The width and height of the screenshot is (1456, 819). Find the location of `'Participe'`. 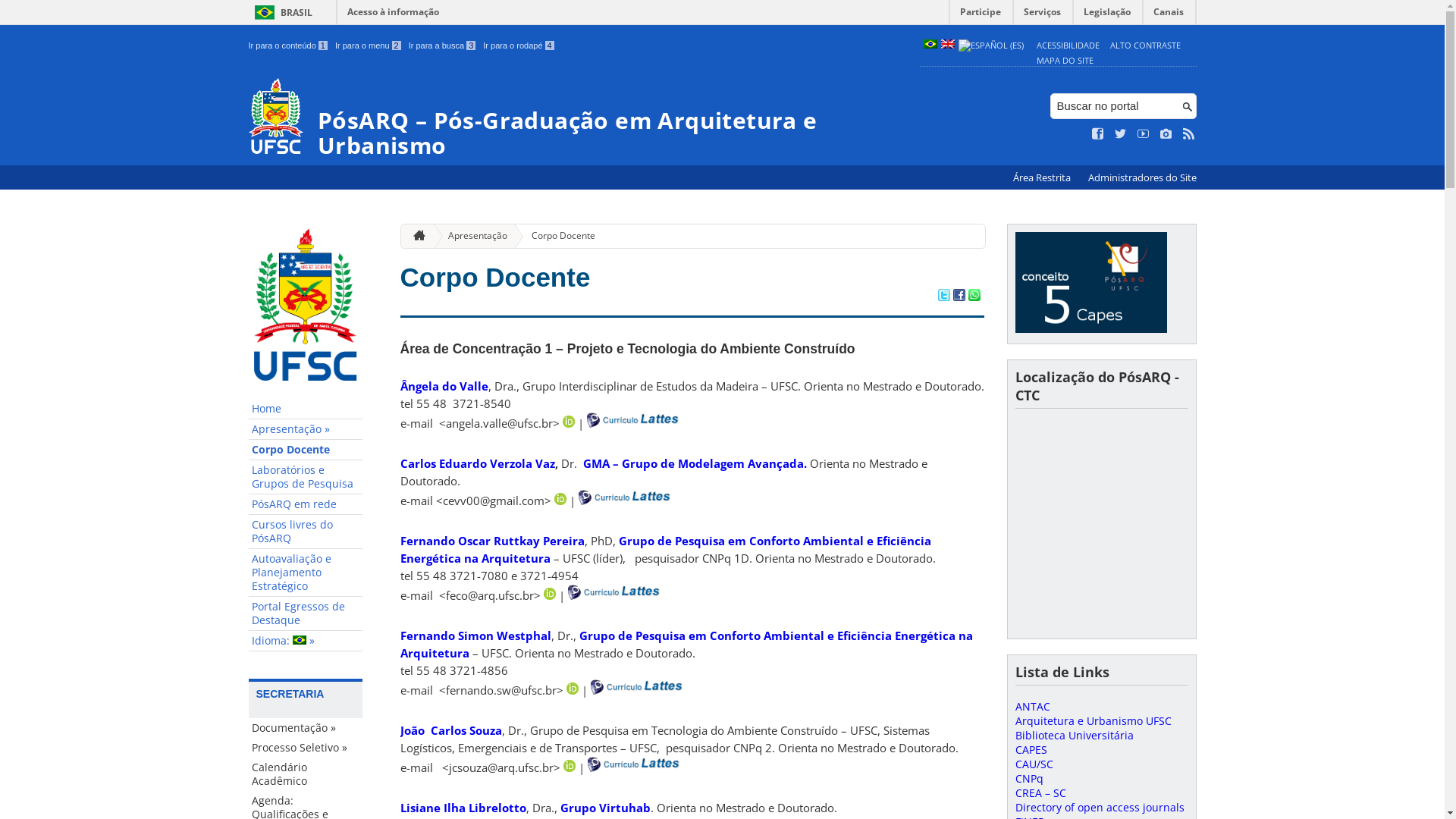

'Participe' is located at coordinates (980, 15).